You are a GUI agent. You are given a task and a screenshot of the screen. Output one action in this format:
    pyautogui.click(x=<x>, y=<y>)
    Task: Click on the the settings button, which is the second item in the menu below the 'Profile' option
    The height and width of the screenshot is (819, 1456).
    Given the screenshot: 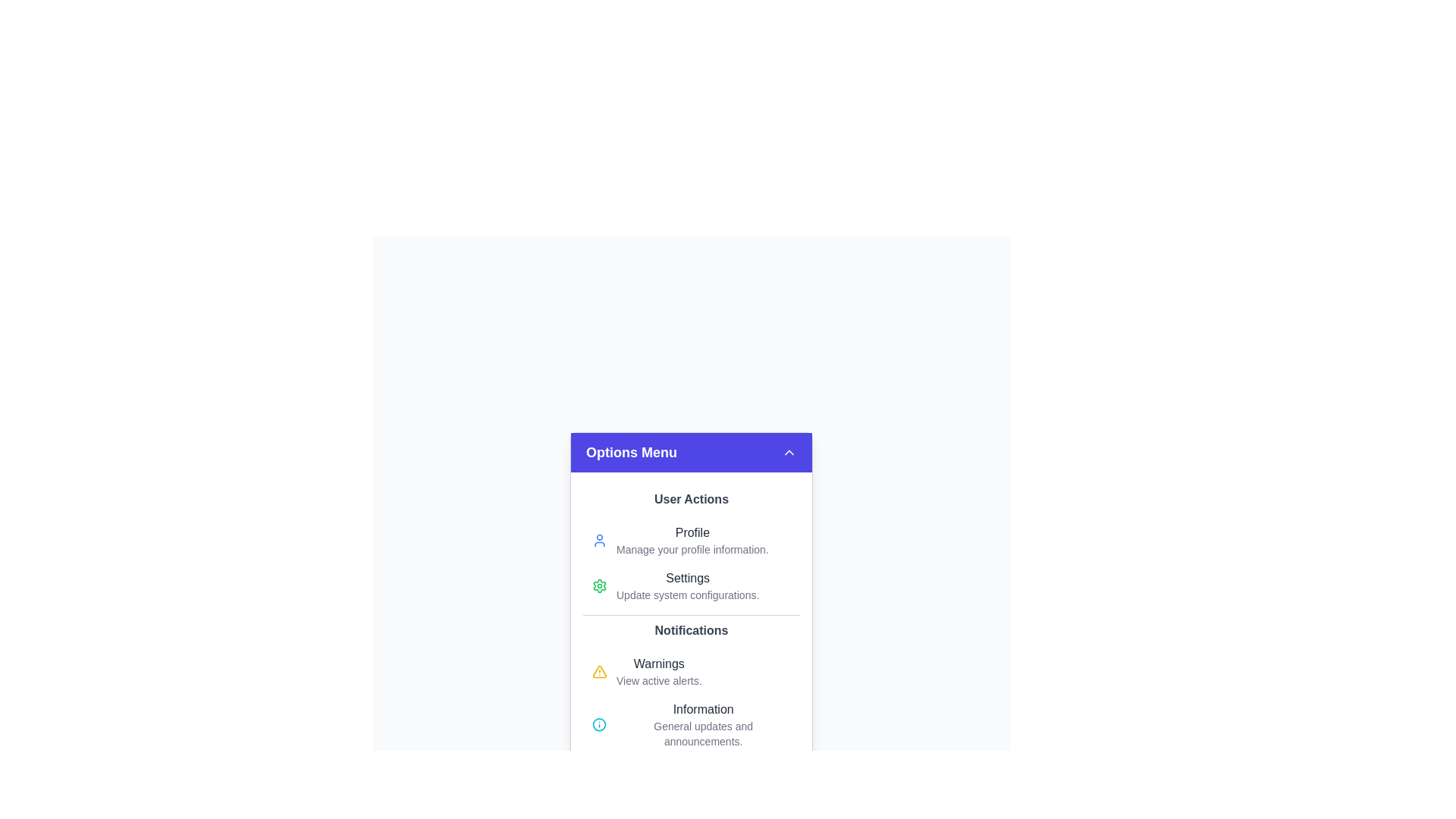 What is the action you would take?
    pyautogui.click(x=691, y=585)
    